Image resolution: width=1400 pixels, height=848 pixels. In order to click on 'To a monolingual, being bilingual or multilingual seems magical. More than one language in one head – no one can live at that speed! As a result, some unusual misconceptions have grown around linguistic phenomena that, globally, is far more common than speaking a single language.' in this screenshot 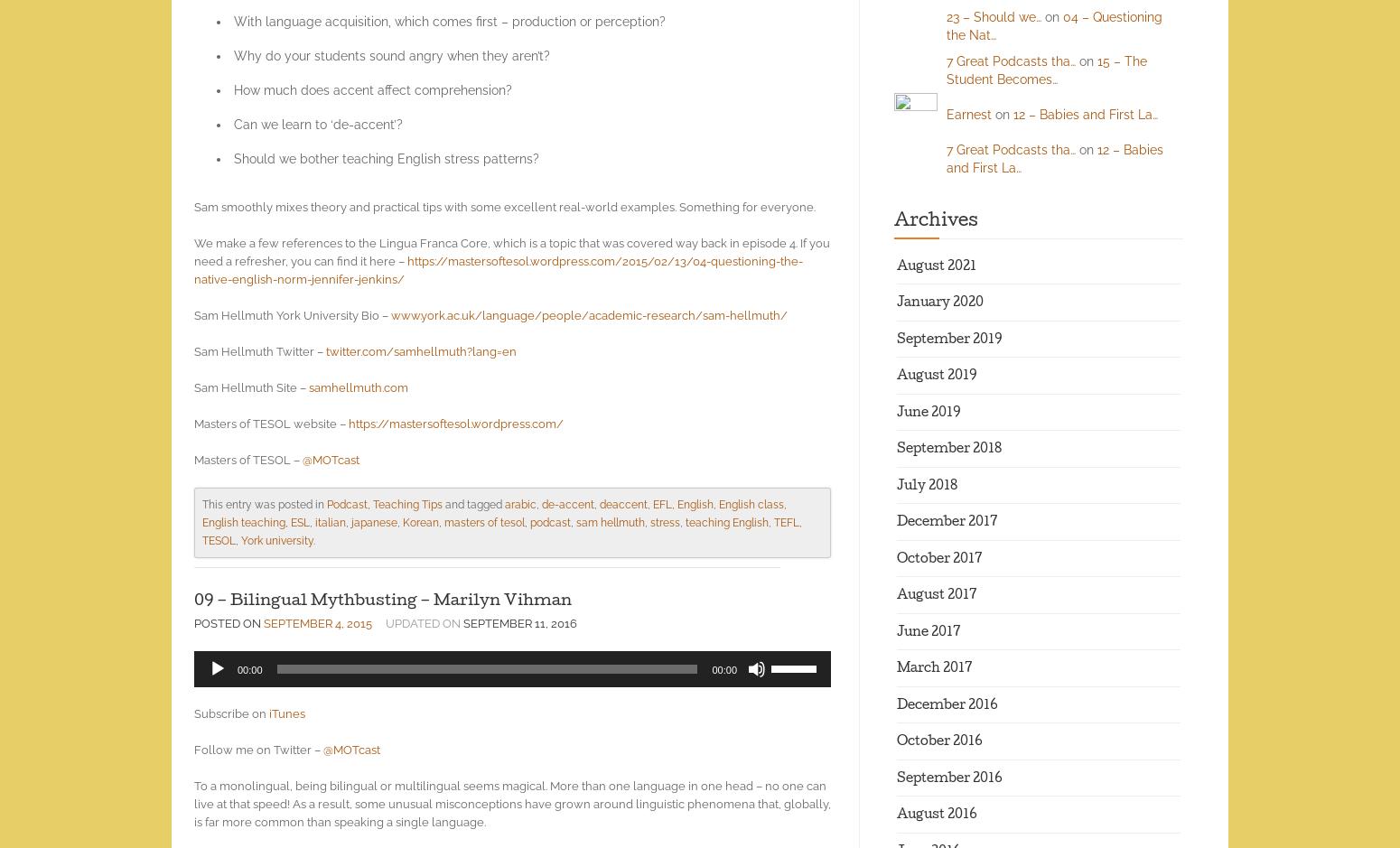, I will do `click(512, 804)`.